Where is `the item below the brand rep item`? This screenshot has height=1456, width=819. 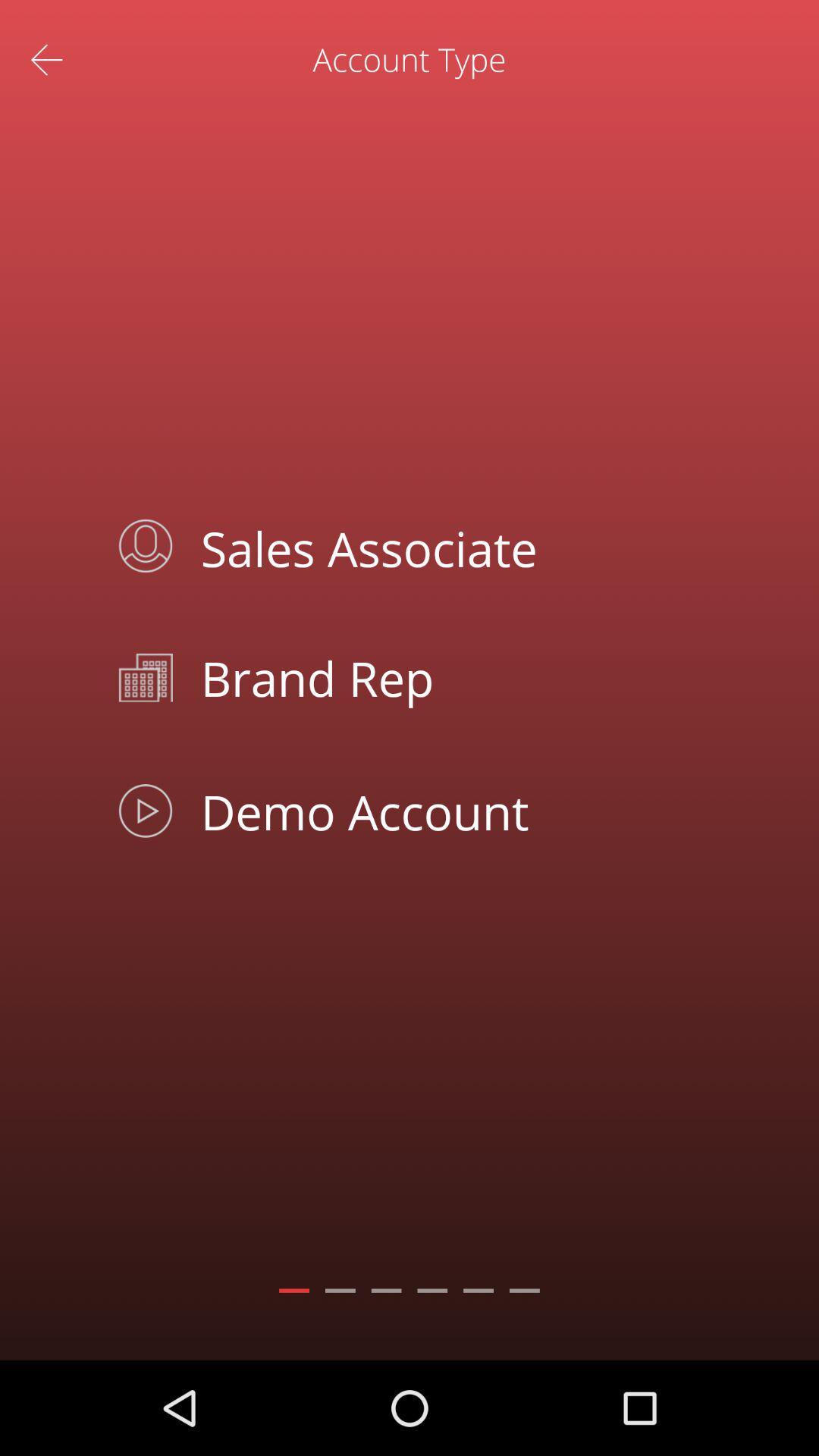
the item below the brand rep item is located at coordinates (444, 811).